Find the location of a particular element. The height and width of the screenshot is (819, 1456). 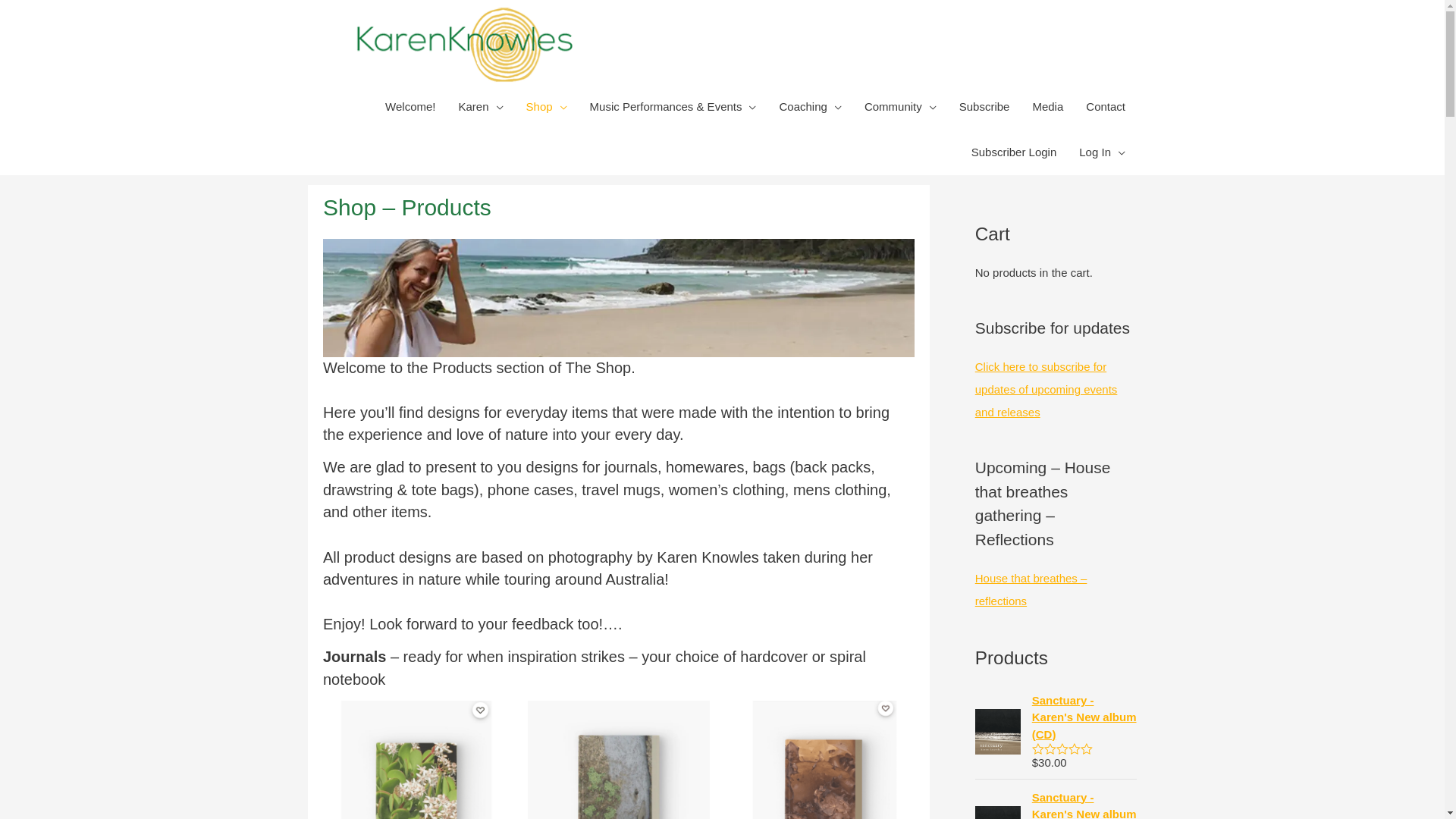

'Sanctuary - Karen's New album (CD)' is located at coordinates (1031, 717).